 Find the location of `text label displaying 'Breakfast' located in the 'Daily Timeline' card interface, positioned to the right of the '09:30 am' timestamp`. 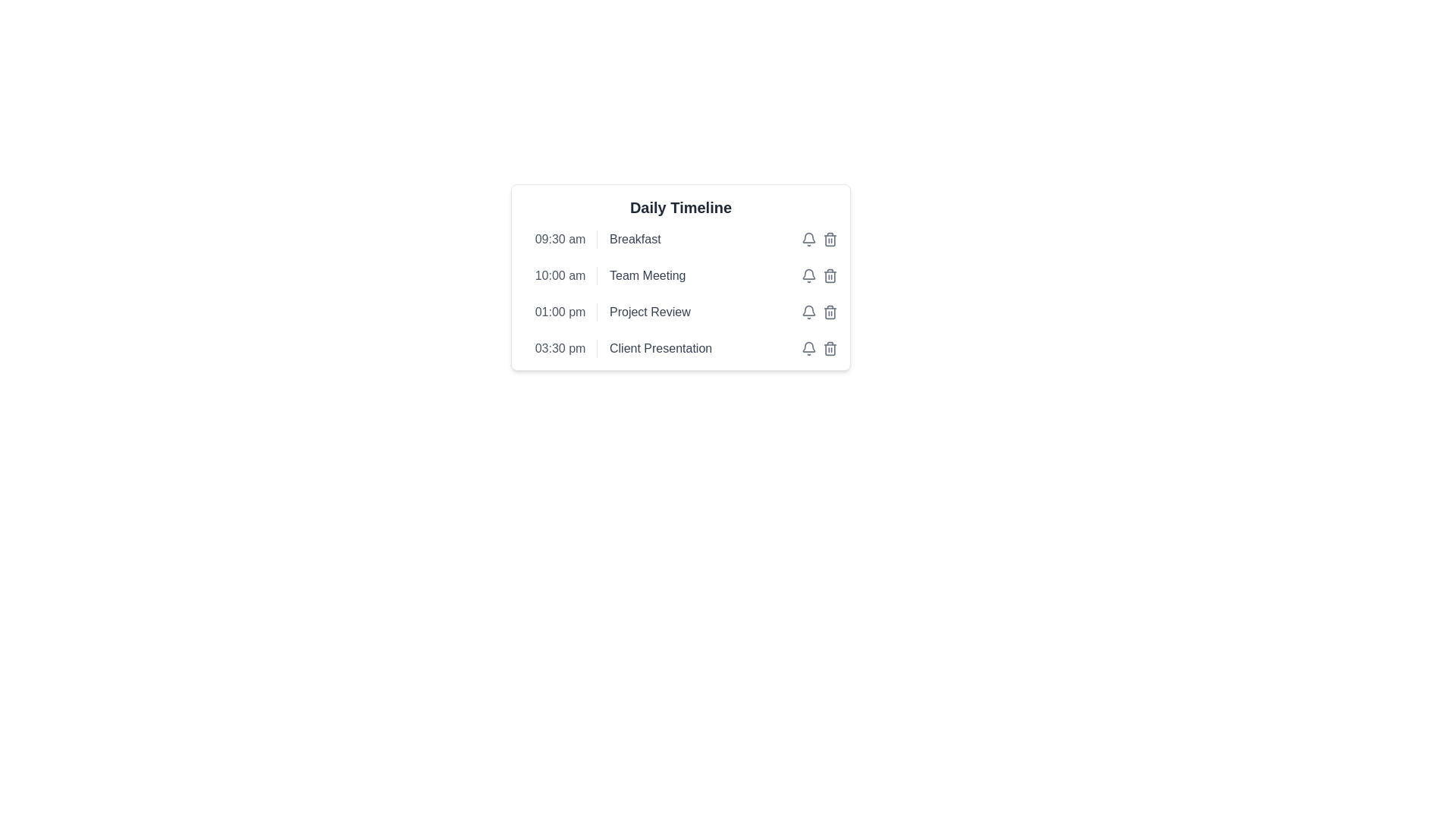

text label displaying 'Breakfast' located in the 'Daily Timeline' card interface, positioned to the right of the '09:30 am' timestamp is located at coordinates (635, 239).